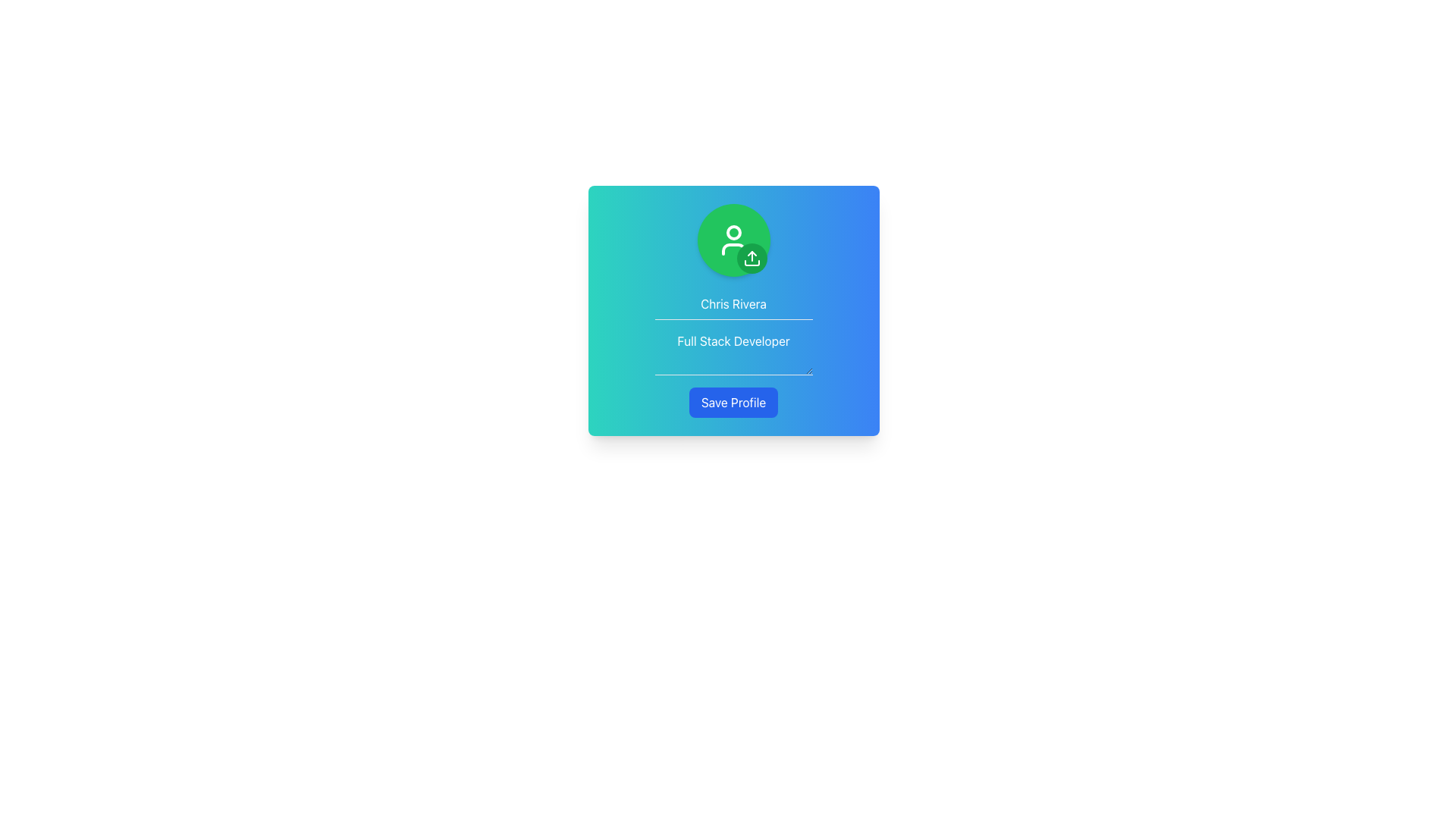 The height and width of the screenshot is (819, 1456). What do you see at coordinates (733, 239) in the screenshot?
I see `the user avatar SVG icon, which is styled with a circular head and shoulders in white color, located centrally within a green circular background near the top center of the interface` at bounding box center [733, 239].